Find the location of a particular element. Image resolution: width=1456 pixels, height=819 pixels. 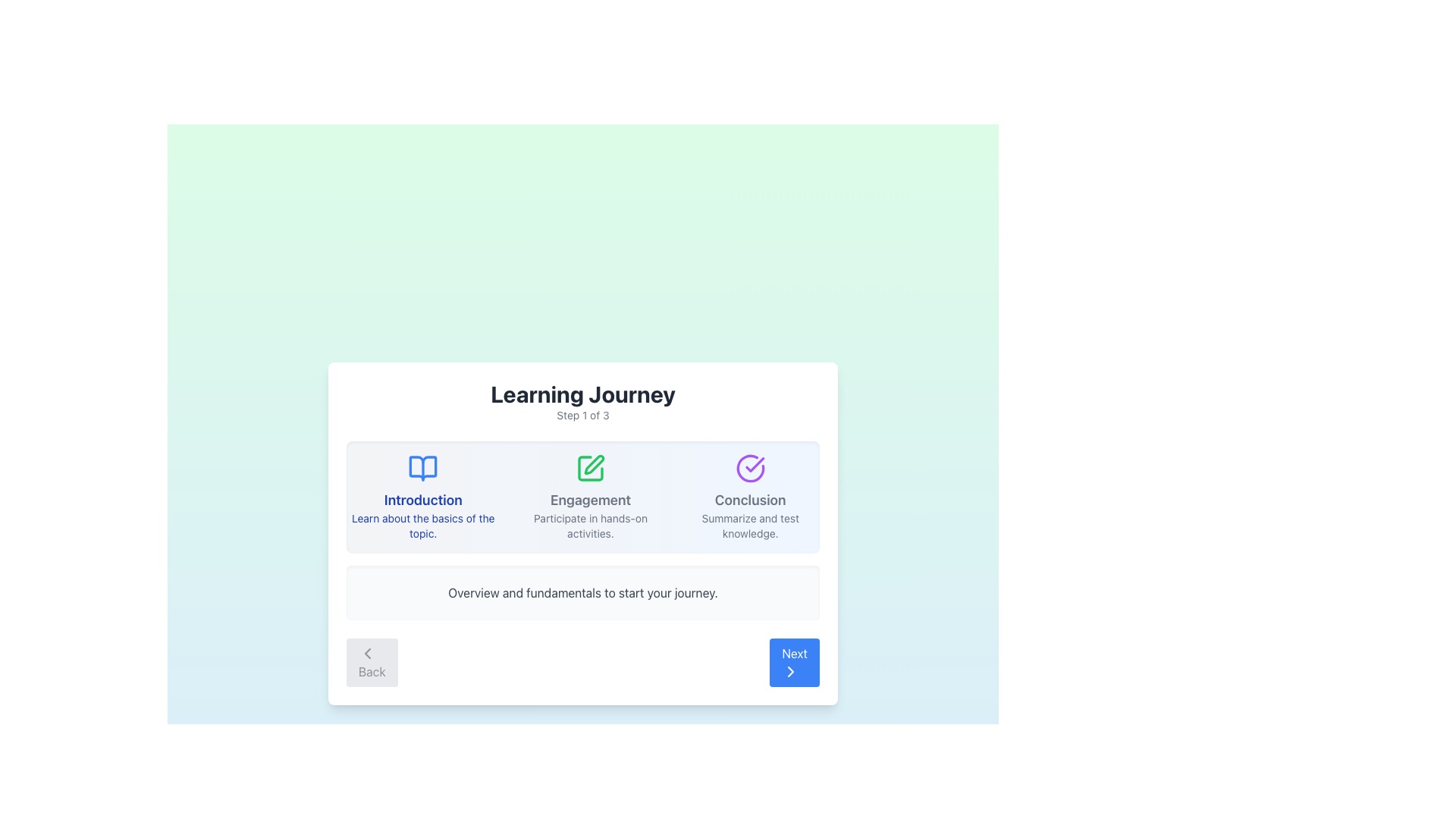

the chevron icon located on the left side of the 'Back' button in the bottom-left corner of the interface to indicate backward navigation is located at coordinates (367, 652).